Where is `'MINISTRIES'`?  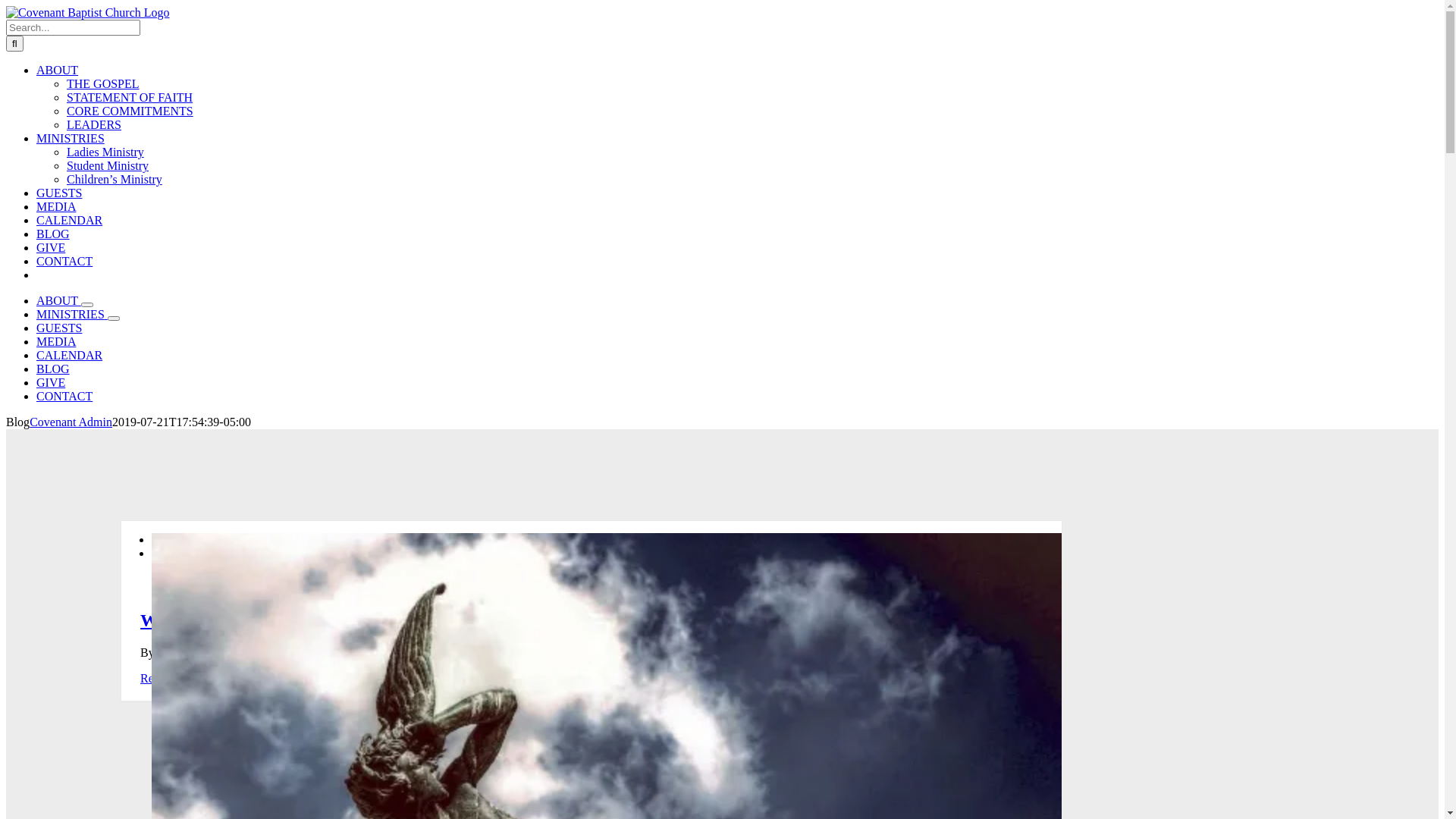 'MINISTRIES' is located at coordinates (69, 138).